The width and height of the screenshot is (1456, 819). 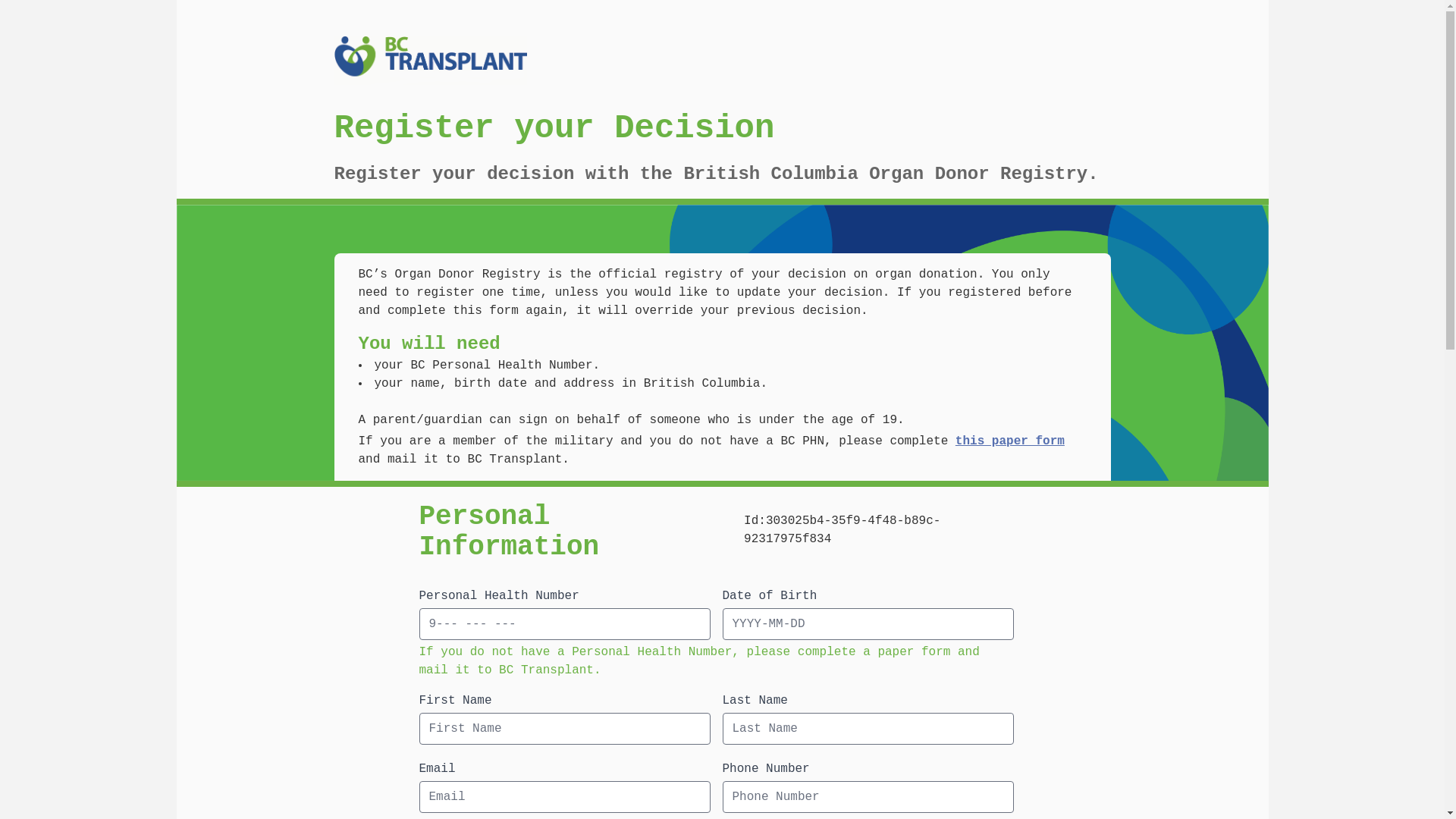 I want to click on 'this paper form', so click(x=1009, y=441).